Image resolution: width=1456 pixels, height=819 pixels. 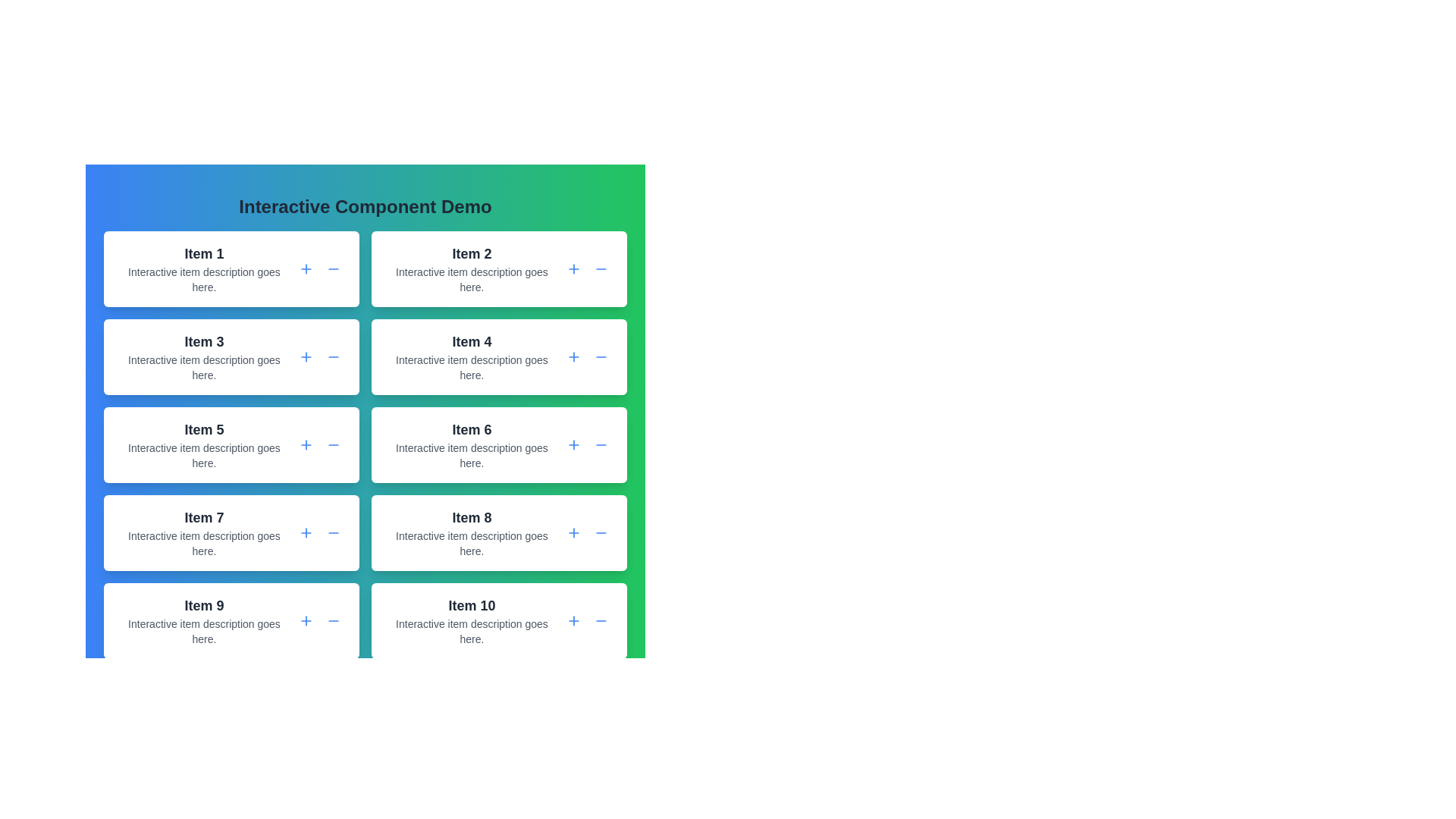 What do you see at coordinates (573, 620) in the screenshot?
I see `the blue plus sign SVG button located to the right of the 'Item 10' label in the 'Interactive Component Demo' interface to trigger the tooltip or focus effect` at bounding box center [573, 620].